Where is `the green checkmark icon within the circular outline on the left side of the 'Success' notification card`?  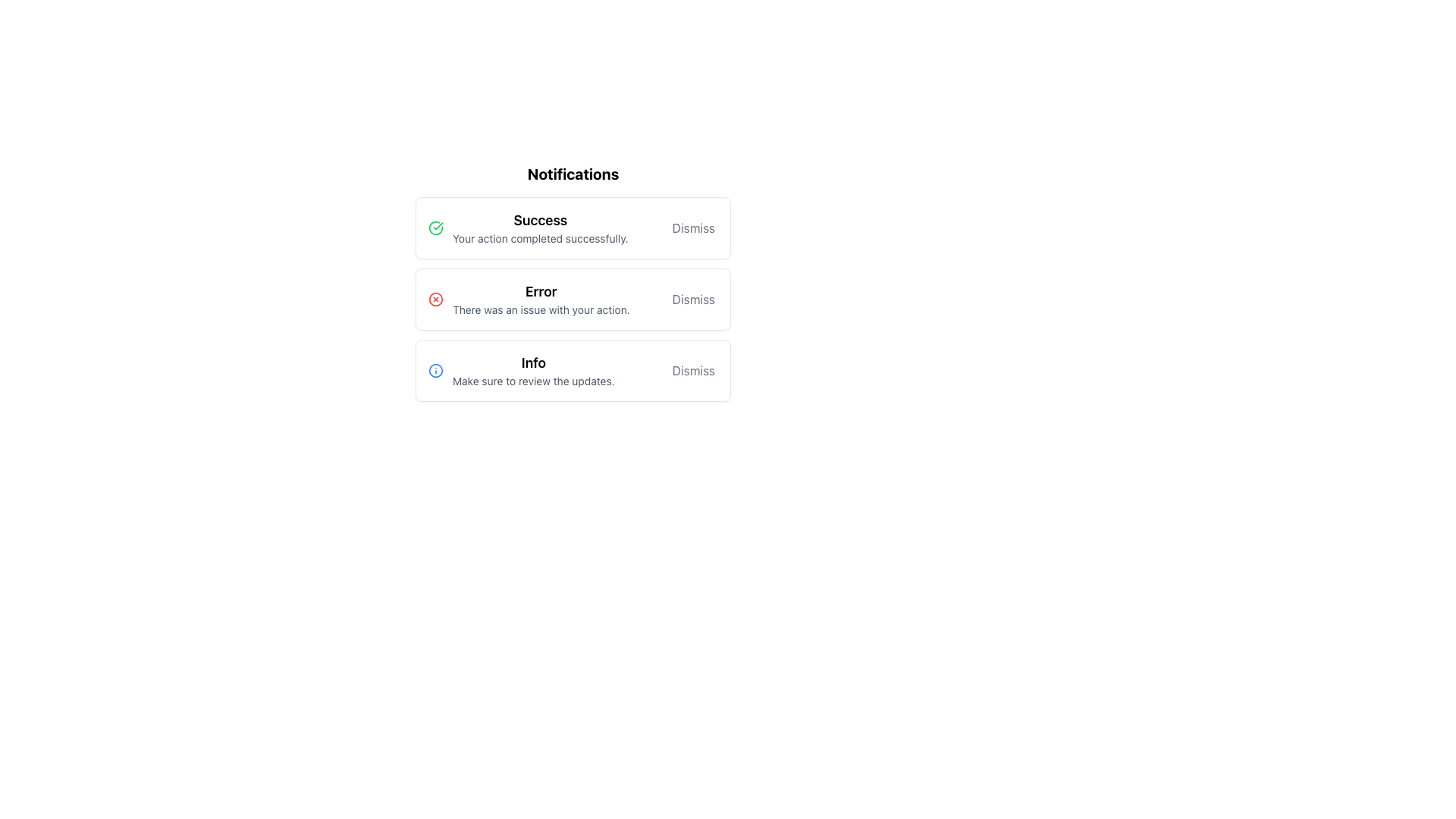
the green checkmark icon within the circular outline on the left side of the 'Success' notification card is located at coordinates (435, 227).